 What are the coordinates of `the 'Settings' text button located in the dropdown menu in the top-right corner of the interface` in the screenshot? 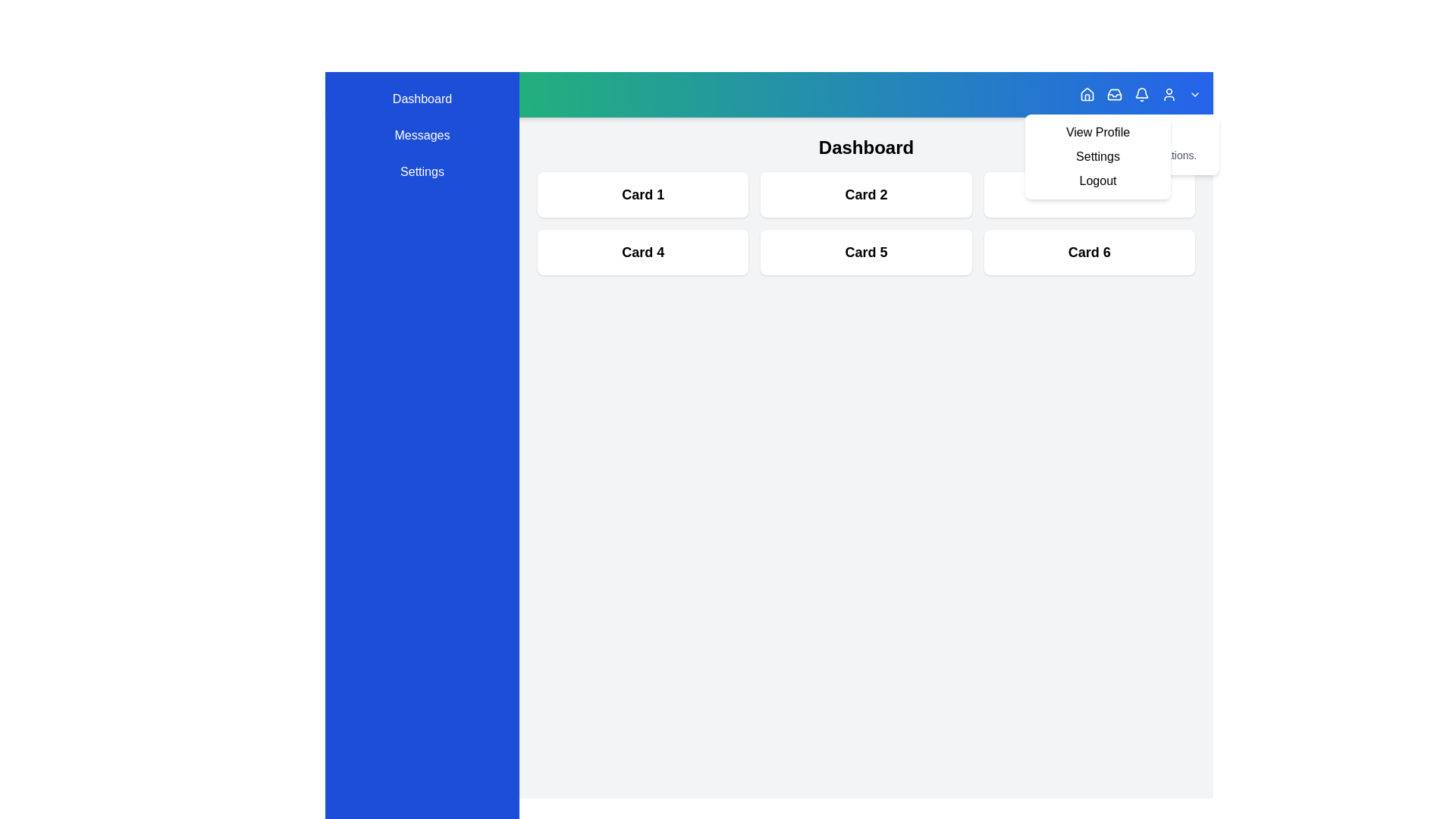 It's located at (1098, 157).